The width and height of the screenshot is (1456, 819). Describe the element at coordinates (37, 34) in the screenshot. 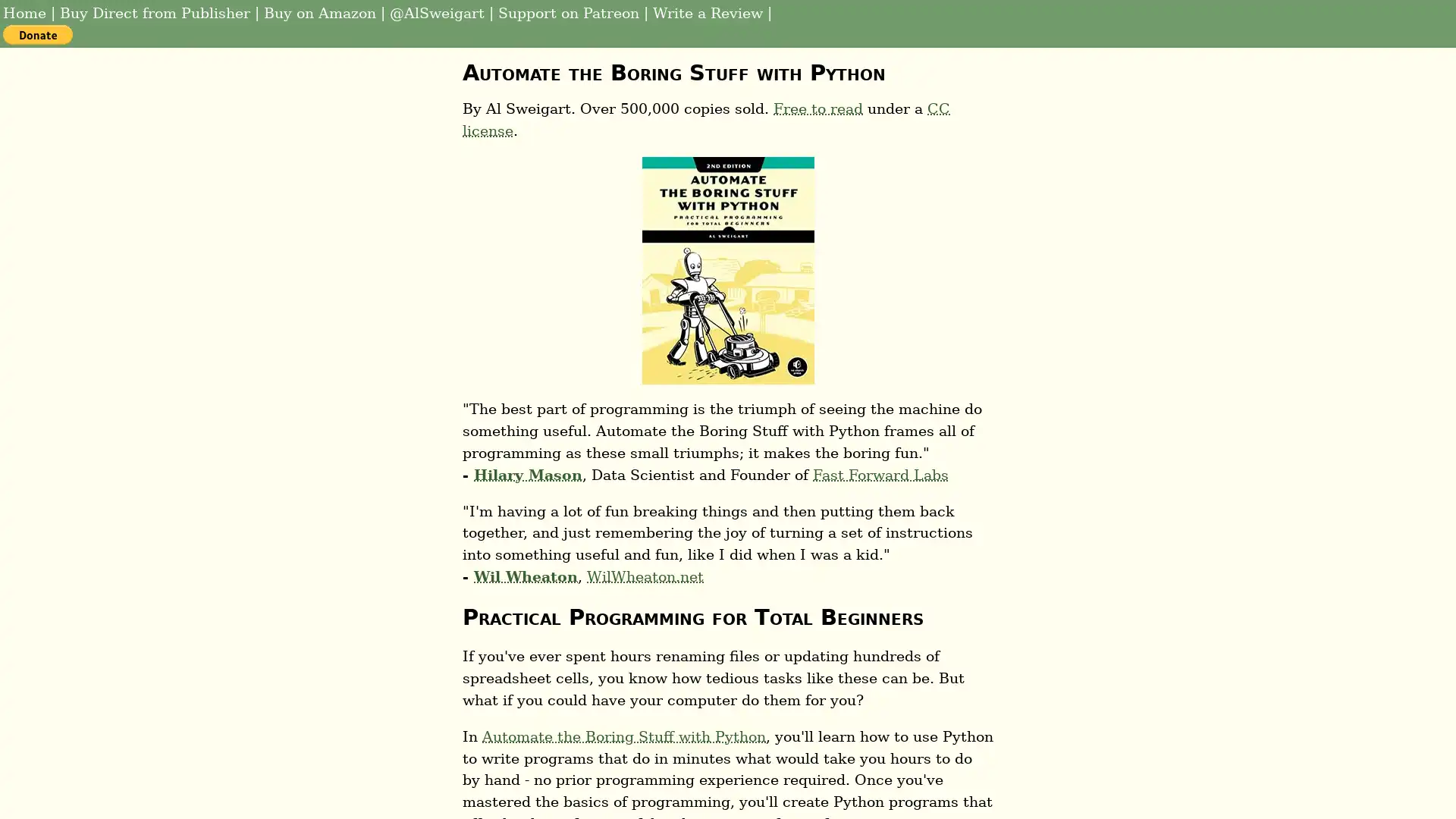

I see `PayPal - The safer, easier way to pay online!` at that location.